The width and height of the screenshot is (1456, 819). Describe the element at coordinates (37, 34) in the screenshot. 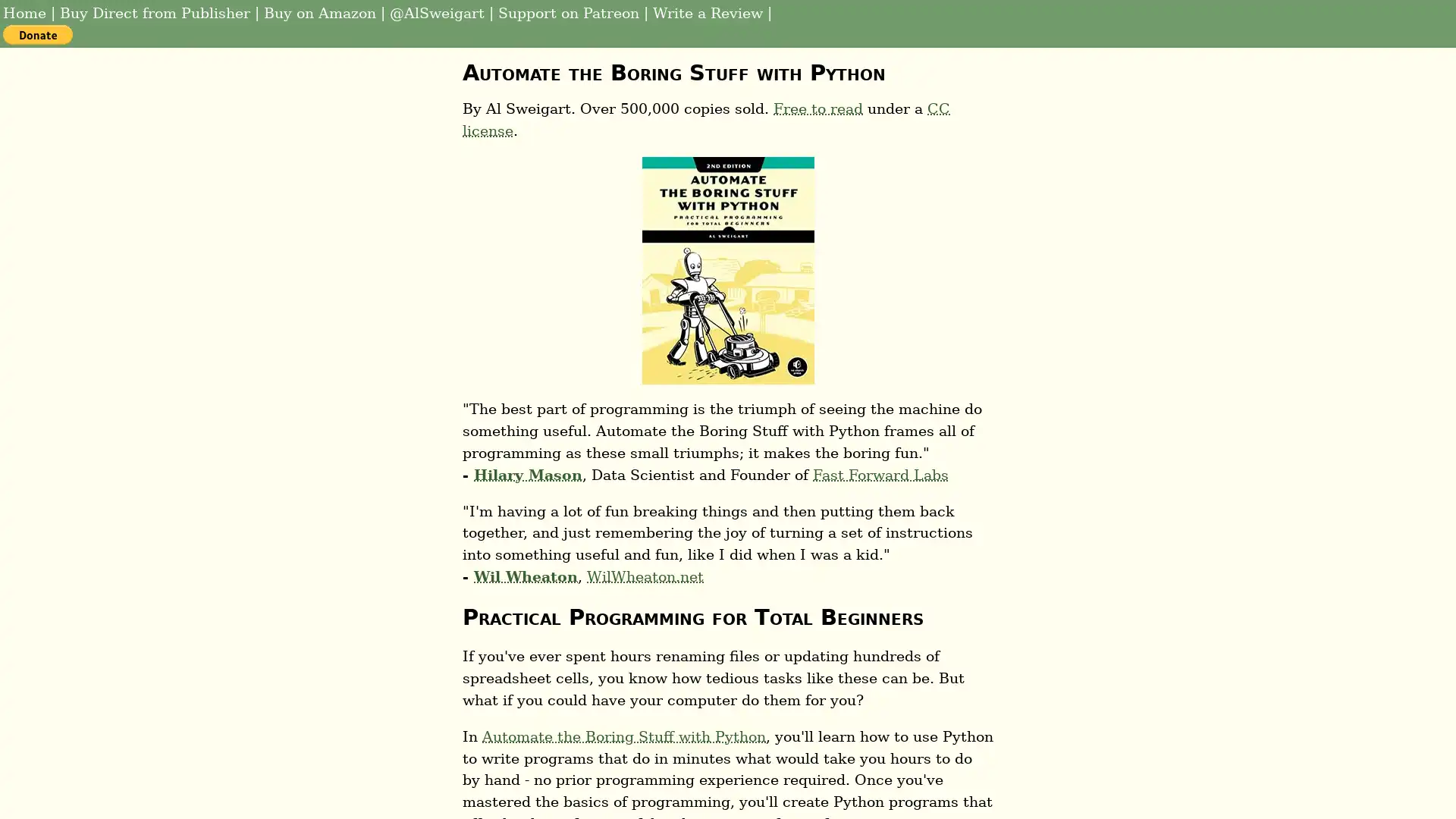

I see `PayPal - The safer, easier way to pay online!` at that location.